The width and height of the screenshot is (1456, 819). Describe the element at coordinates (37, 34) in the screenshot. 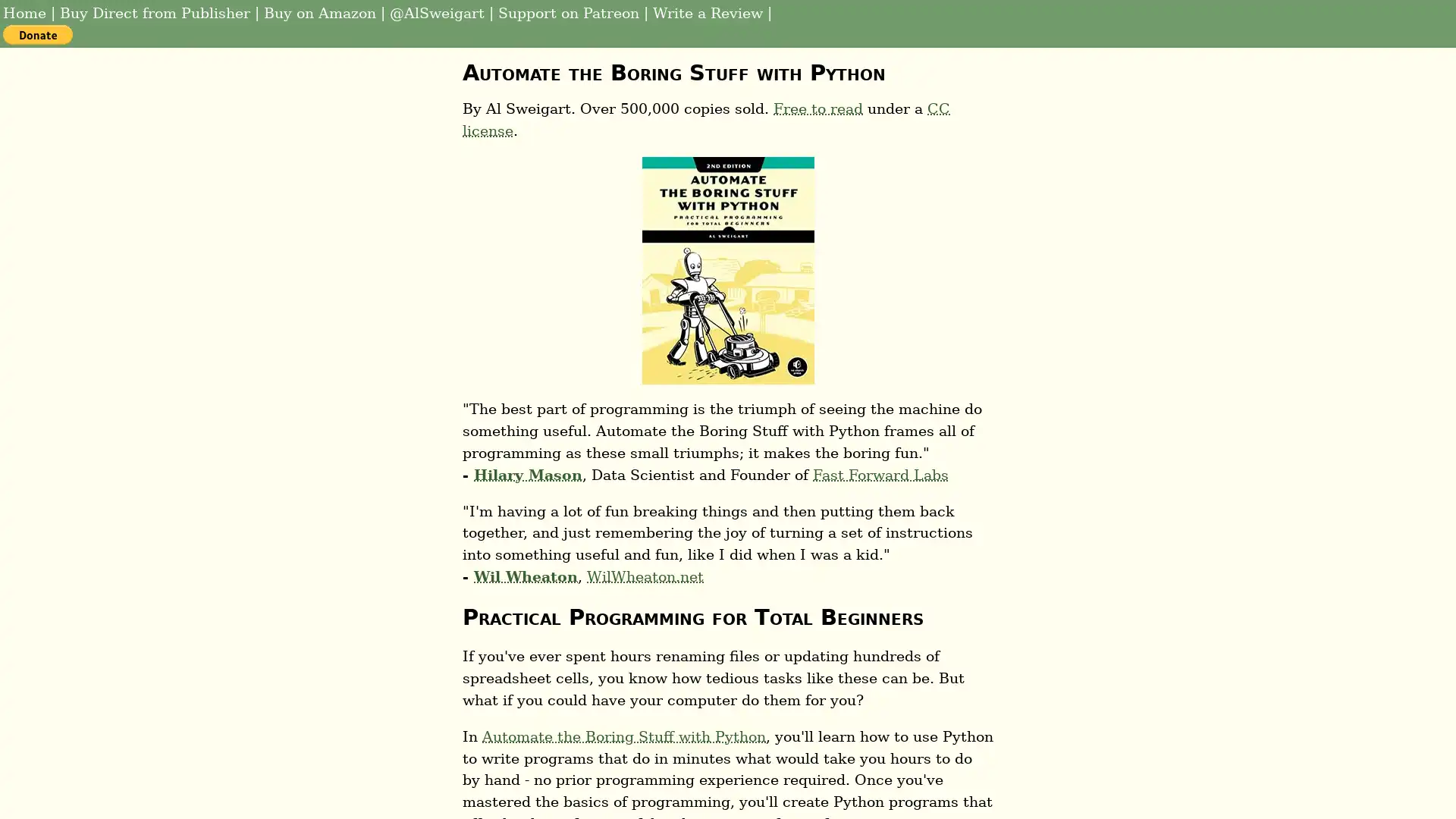

I see `PayPal - The safer, easier way to pay online!` at that location.